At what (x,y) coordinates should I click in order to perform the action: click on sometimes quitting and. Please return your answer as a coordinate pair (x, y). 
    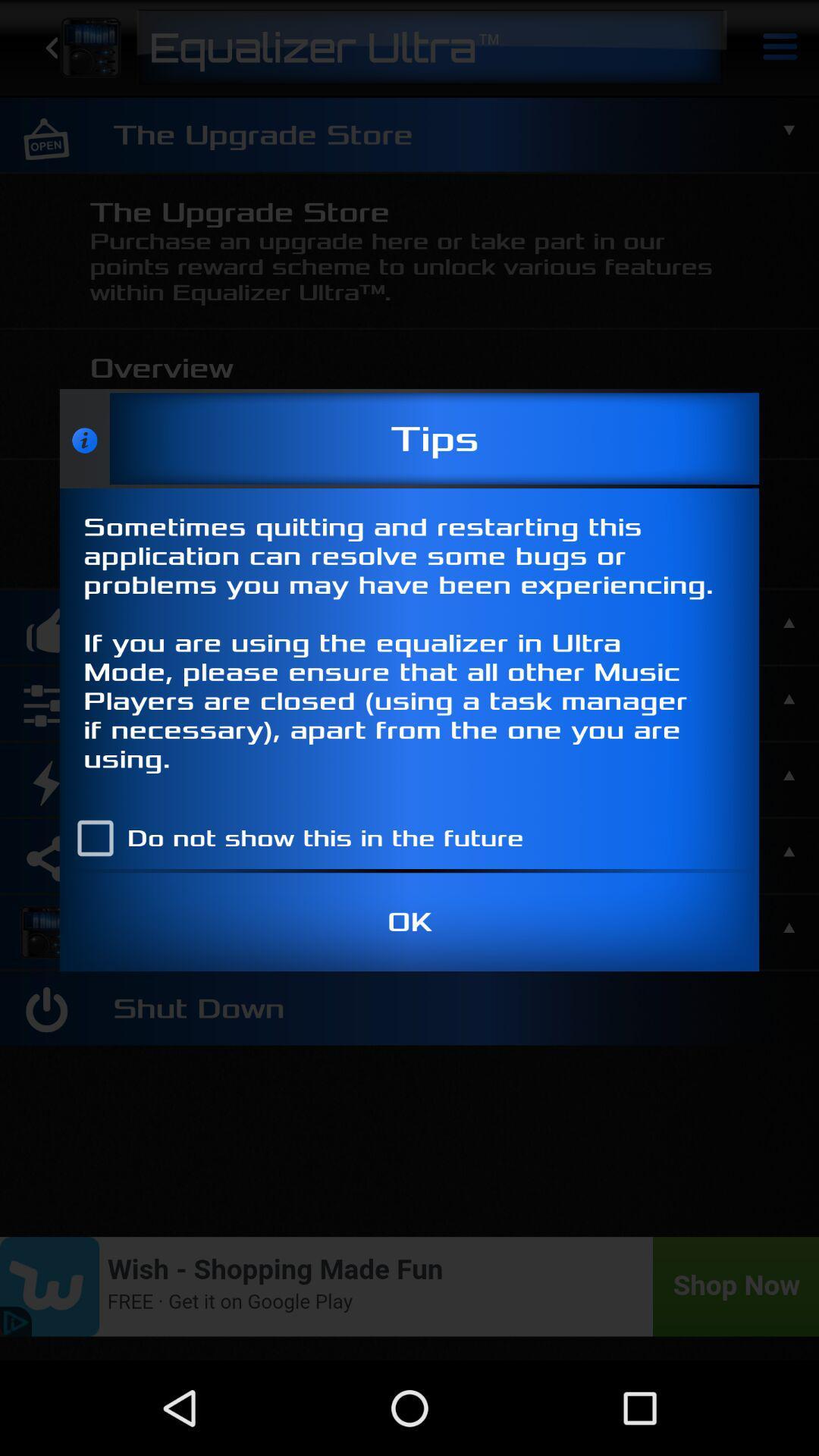
    Looking at the image, I should click on (409, 648).